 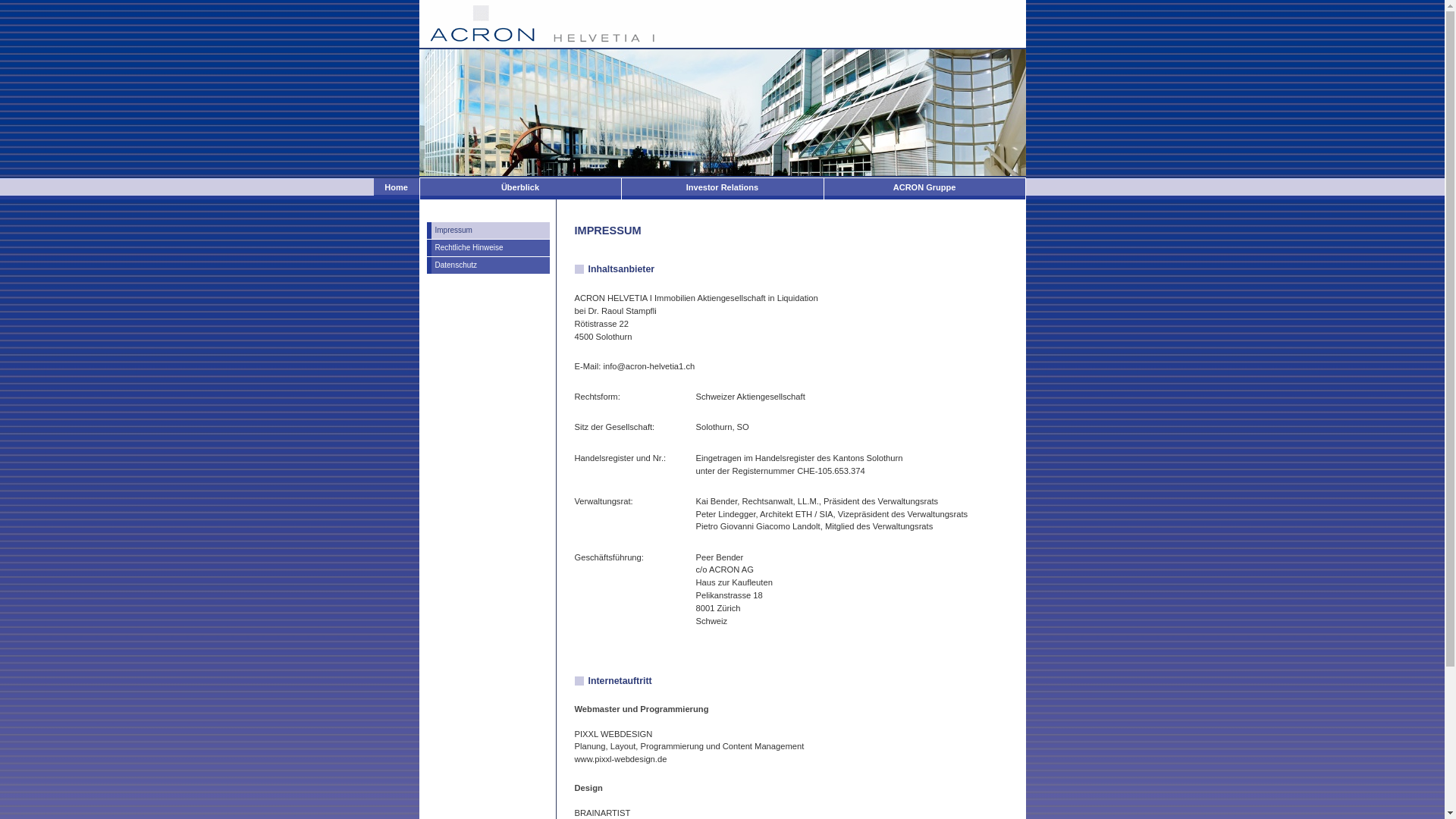 I want to click on 'ACRON Gruppe', so click(x=923, y=188).